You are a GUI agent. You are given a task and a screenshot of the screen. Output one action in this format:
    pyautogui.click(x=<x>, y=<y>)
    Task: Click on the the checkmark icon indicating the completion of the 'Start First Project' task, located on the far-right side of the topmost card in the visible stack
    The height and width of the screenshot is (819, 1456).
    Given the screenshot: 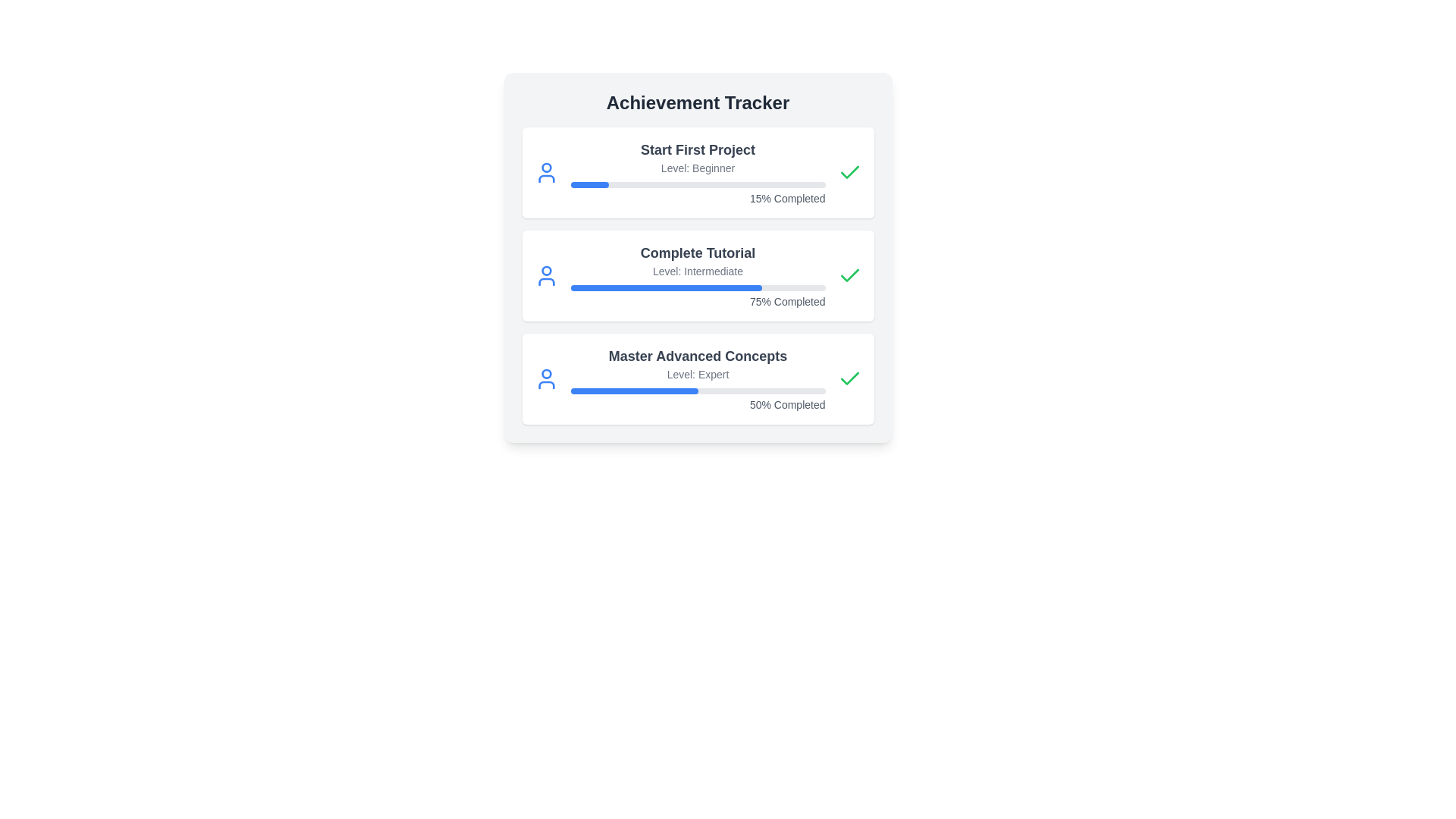 What is the action you would take?
    pyautogui.click(x=849, y=171)
    